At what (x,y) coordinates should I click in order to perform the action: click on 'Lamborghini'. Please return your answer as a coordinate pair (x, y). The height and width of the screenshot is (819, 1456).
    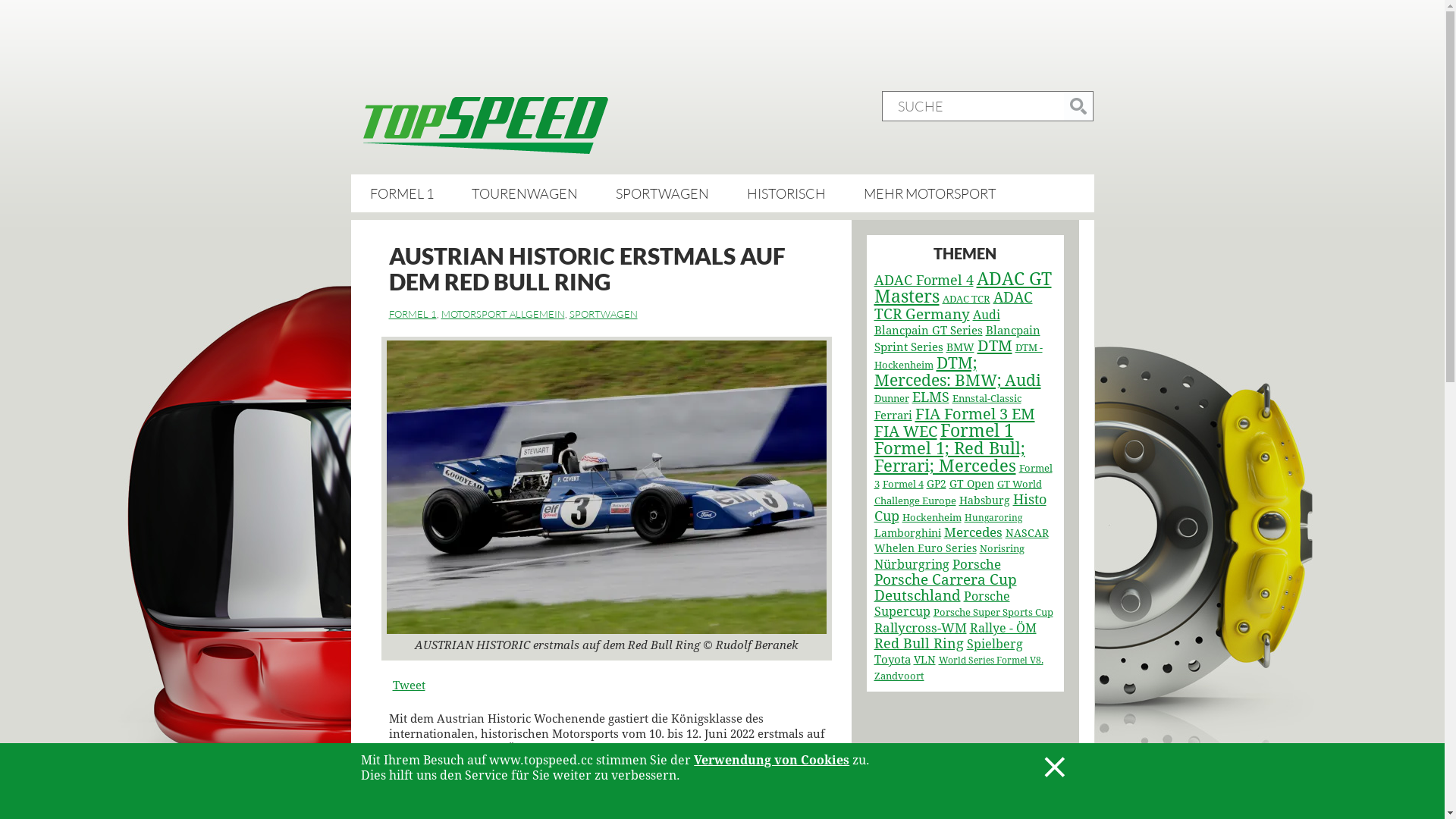
    Looking at the image, I should click on (906, 532).